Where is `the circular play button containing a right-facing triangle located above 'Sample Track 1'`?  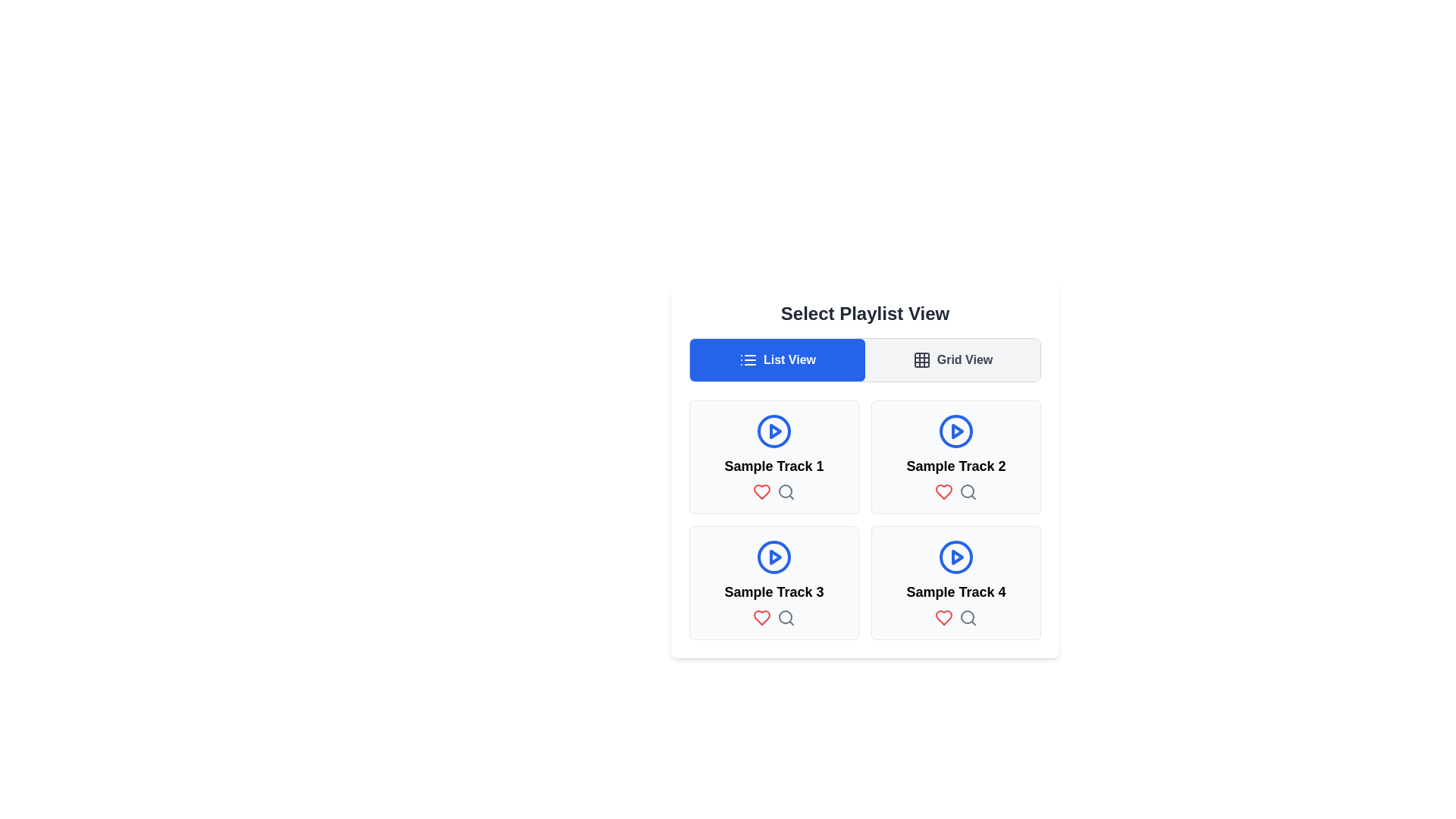 the circular play button containing a right-facing triangle located above 'Sample Track 1' is located at coordinates (774, 431).